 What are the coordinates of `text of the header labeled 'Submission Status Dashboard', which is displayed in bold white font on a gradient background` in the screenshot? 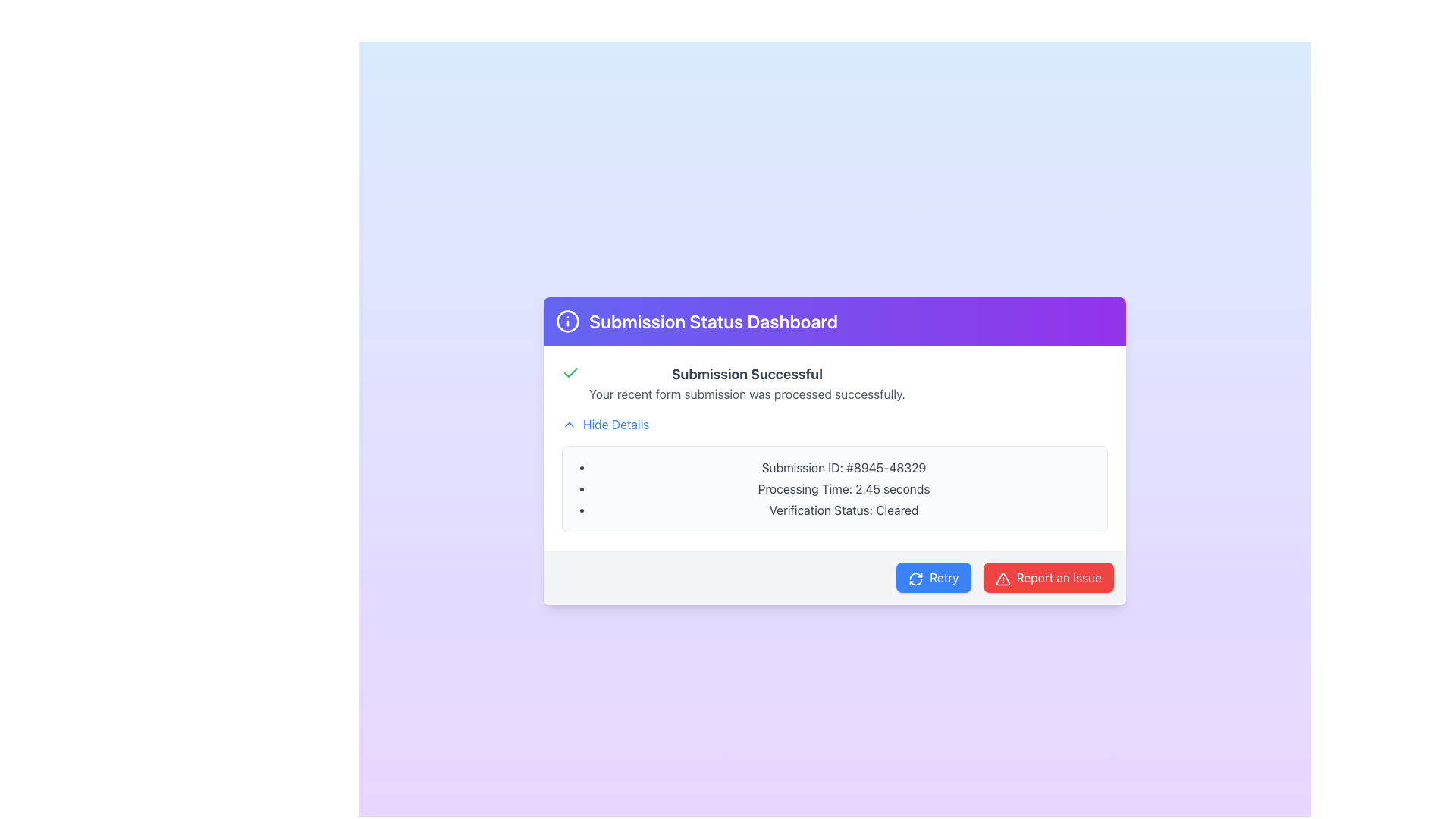 It's located at (712, 321).